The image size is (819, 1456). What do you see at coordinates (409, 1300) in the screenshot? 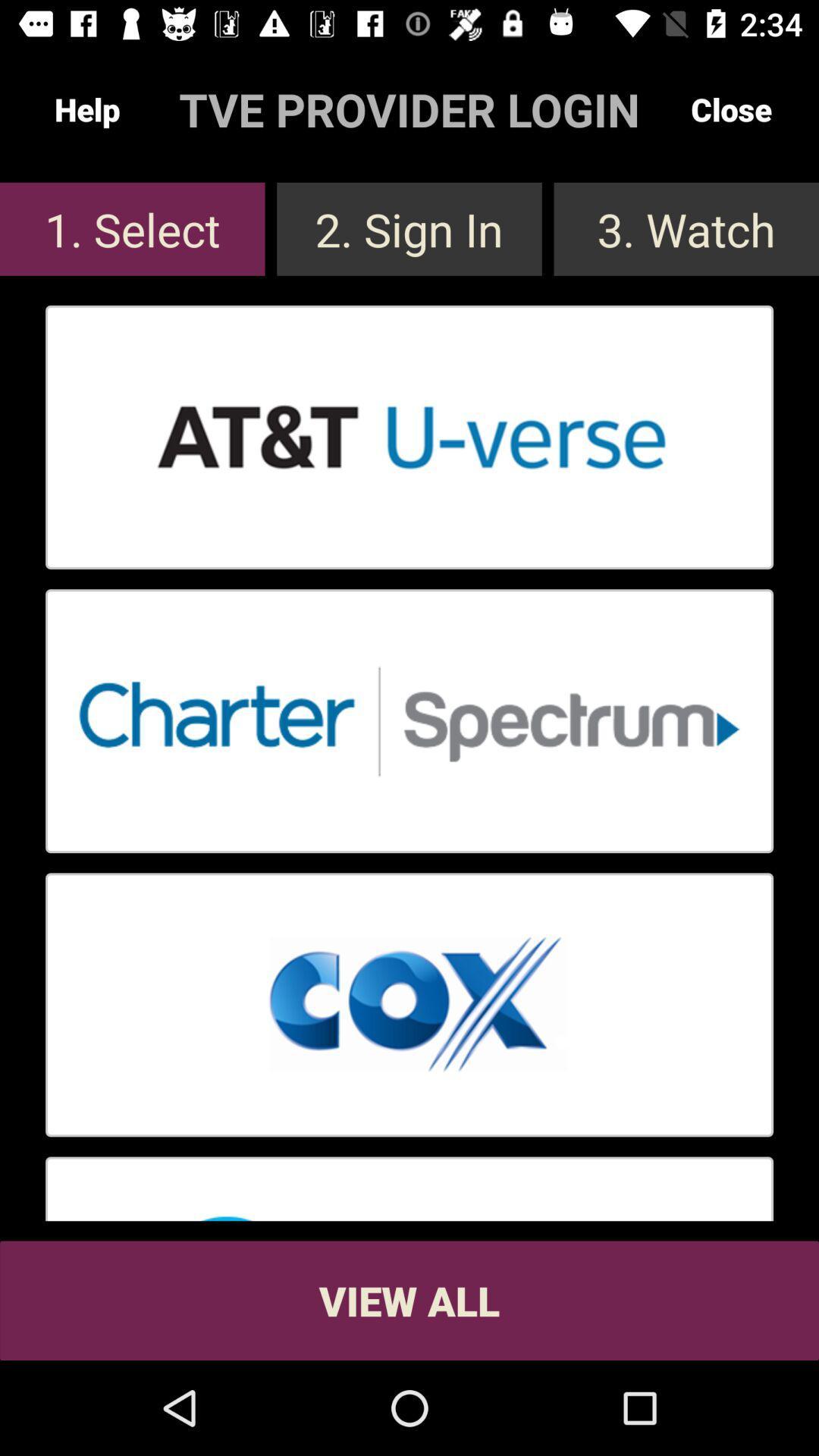
I see `the view all icon` at bounding box center [409, 1300].